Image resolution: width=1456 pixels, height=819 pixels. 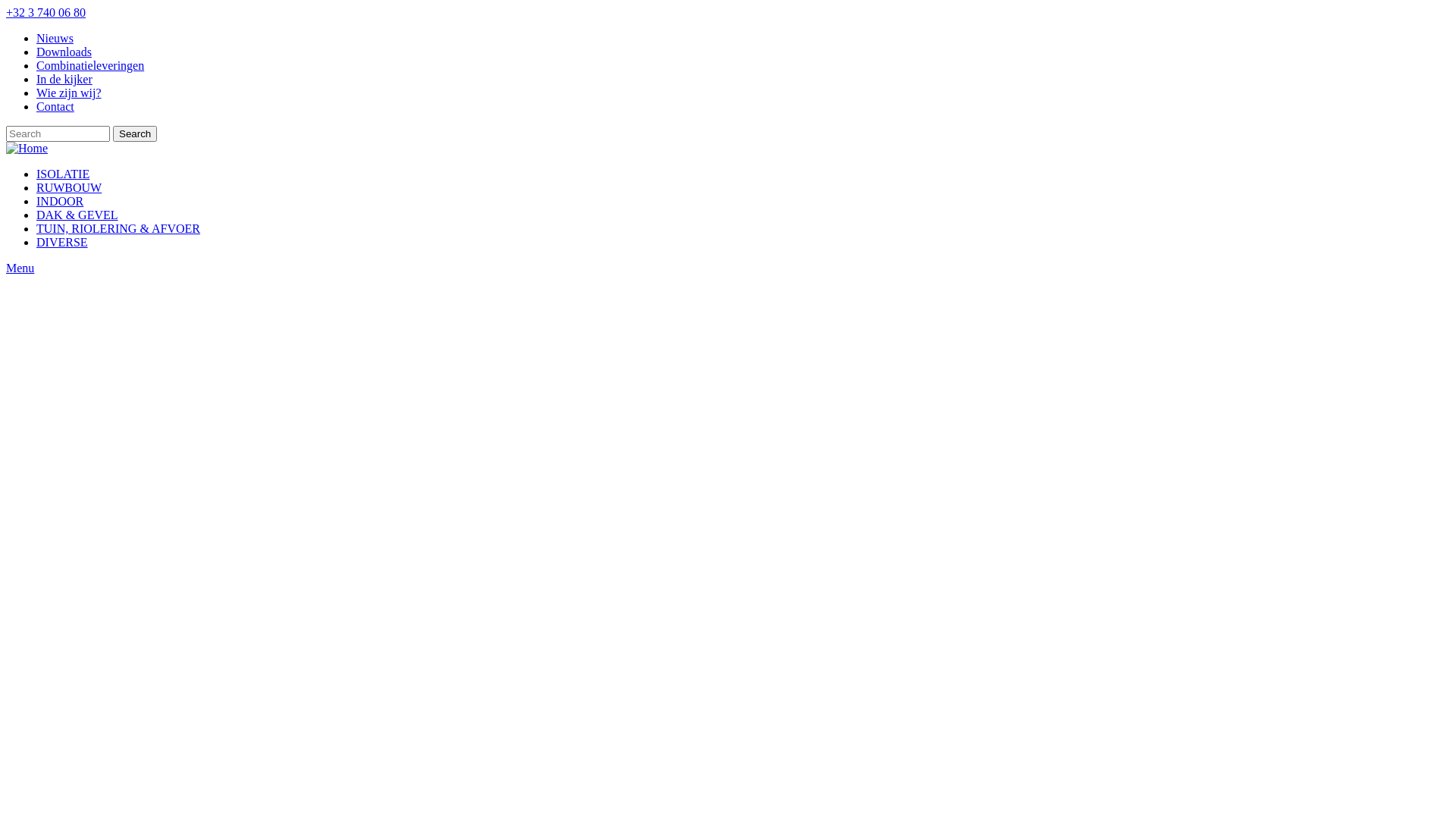 I want to click on 'DIVERSE', so click(x=61, y=241).